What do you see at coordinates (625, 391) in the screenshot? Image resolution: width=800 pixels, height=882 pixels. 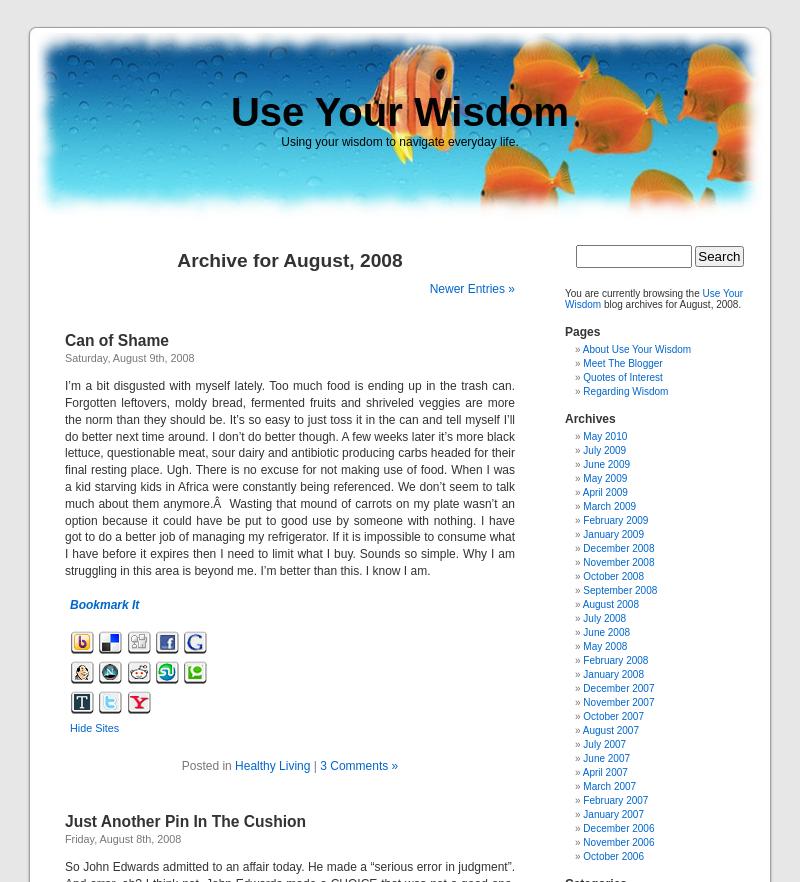 I see `'Regarding Wisdom'` at bounding box center [625, 391].